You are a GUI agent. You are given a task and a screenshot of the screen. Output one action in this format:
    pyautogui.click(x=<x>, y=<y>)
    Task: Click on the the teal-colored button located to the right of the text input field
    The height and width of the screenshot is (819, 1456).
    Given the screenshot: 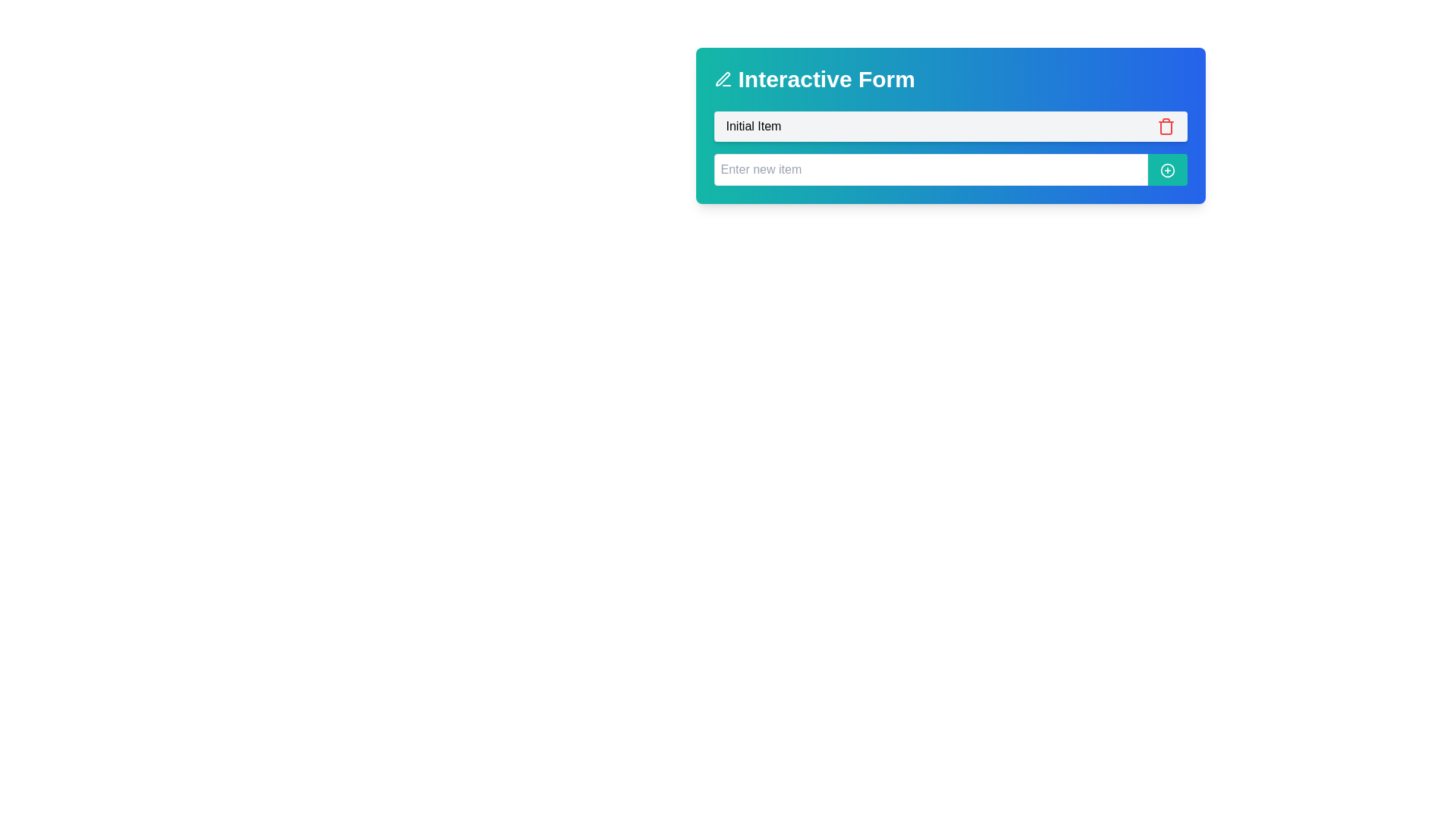 What is the action you would take?
    pyautogui.click(x=1166, y=170)
    